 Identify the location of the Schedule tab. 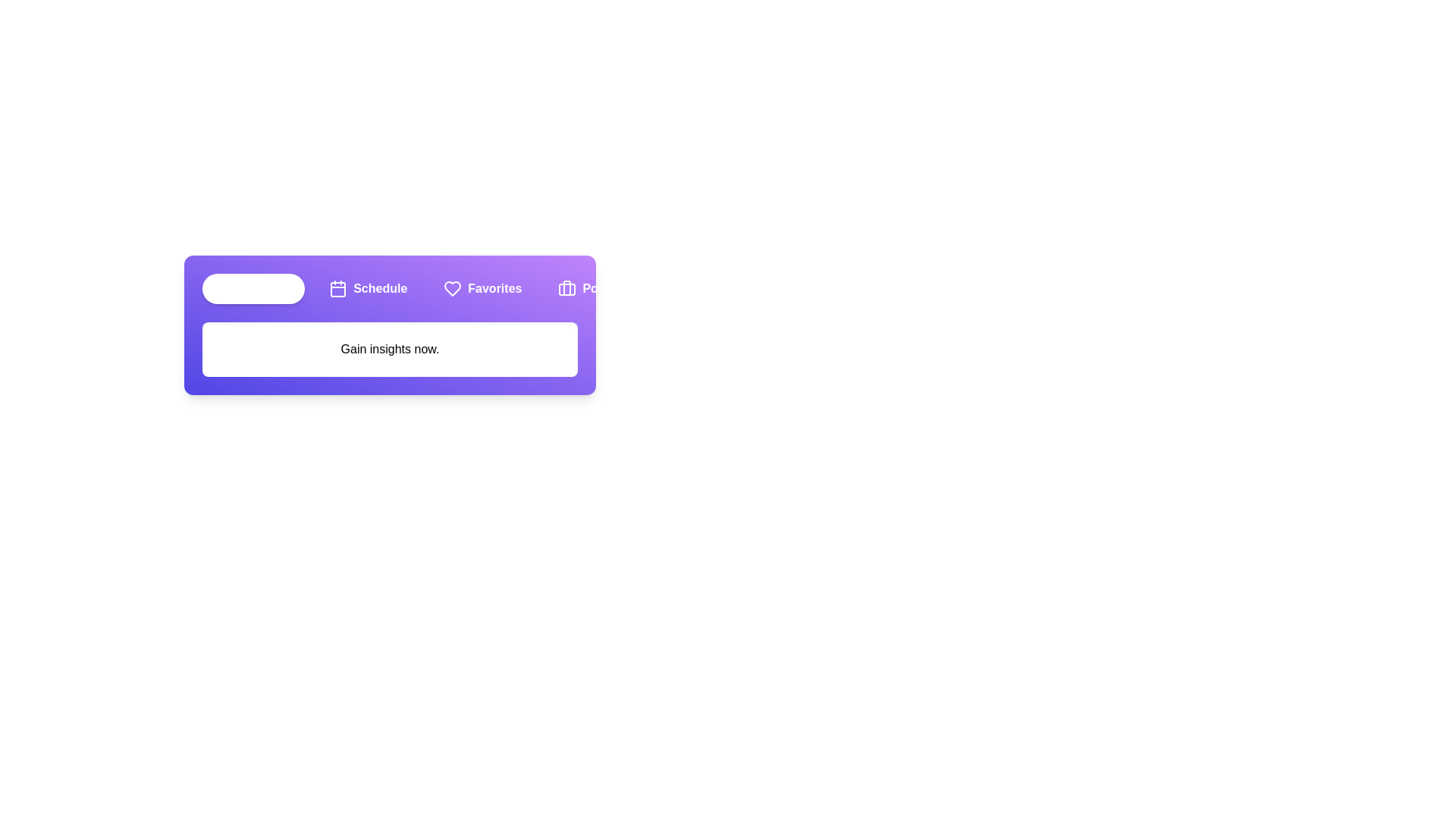
(368, 289).